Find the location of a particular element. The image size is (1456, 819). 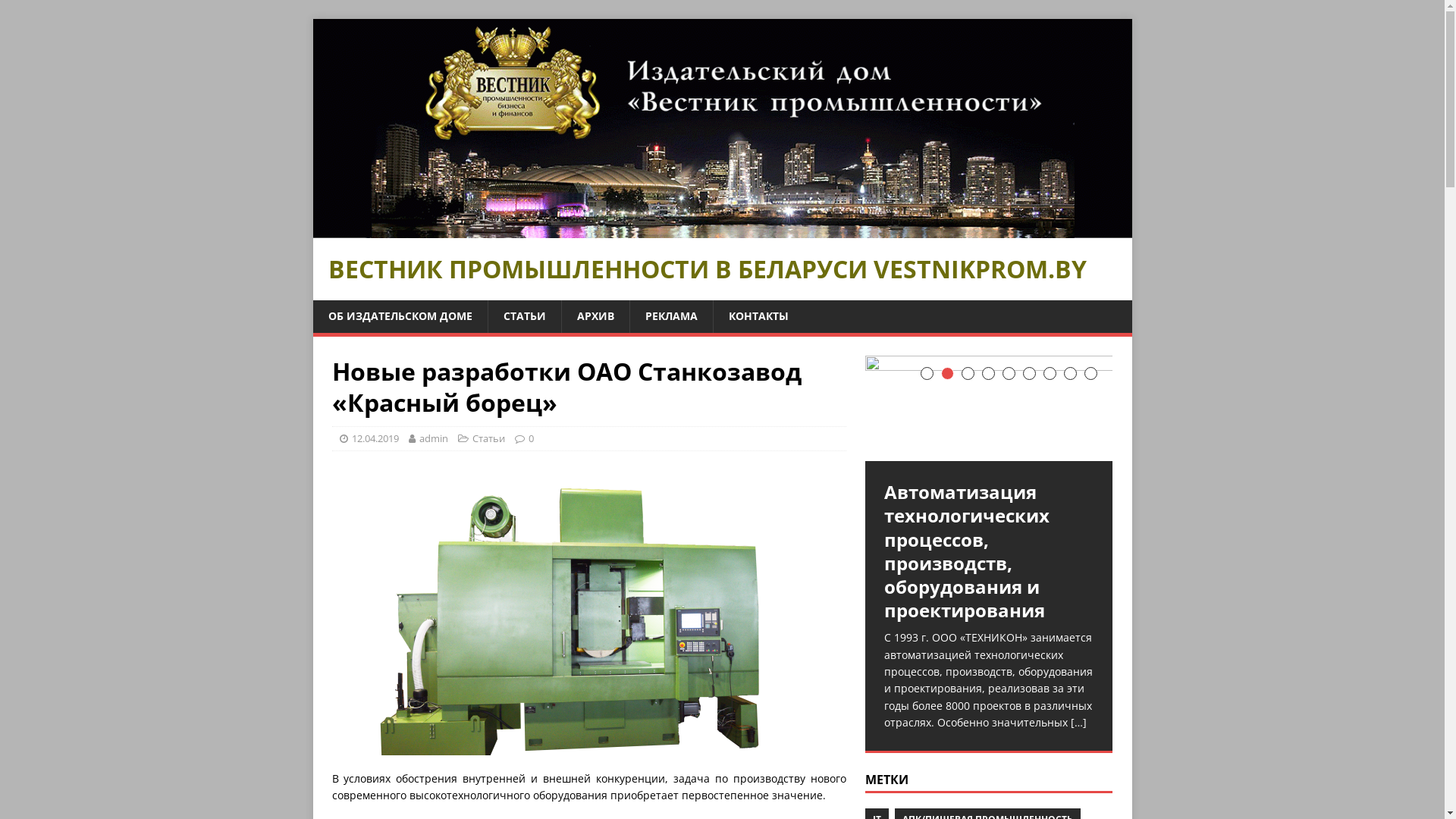

'3' is located at coordinates (960, 373).